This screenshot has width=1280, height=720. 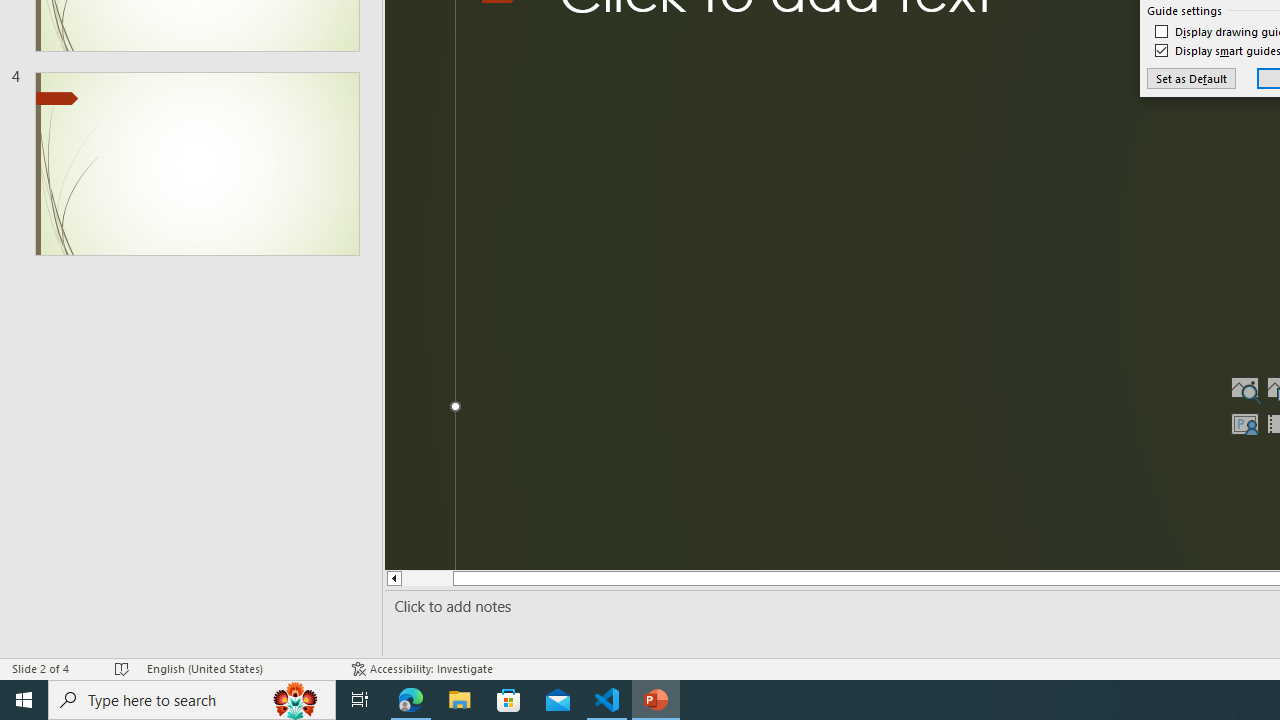 I want to click on 'Stock Images', so click(x=1243, y=388).